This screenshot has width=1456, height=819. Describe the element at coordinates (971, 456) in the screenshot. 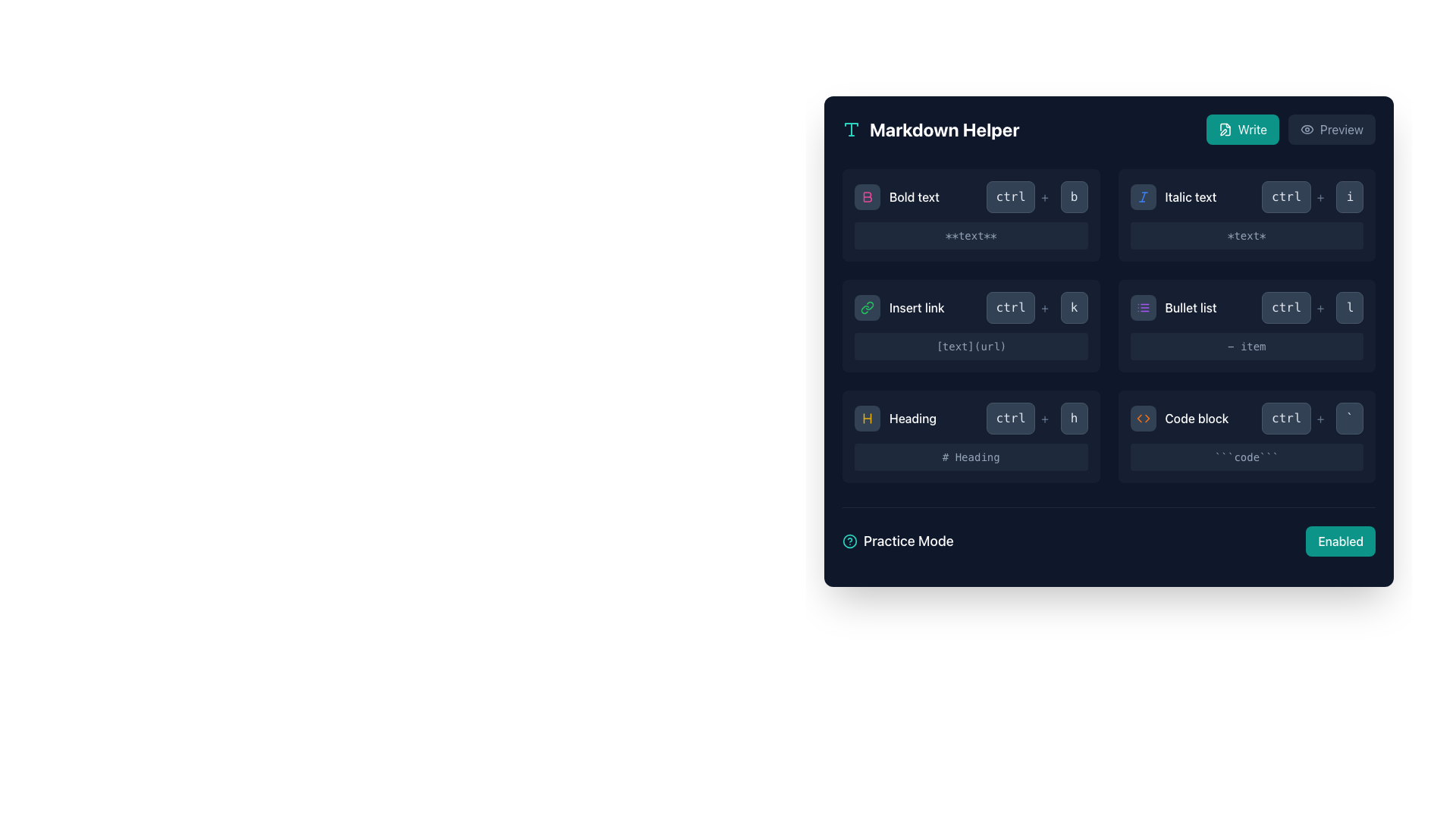

I see `the Static Label displaying '# Heading' located at the bottom of the 'Heading' block in the Markdown Helper interface` at that location.